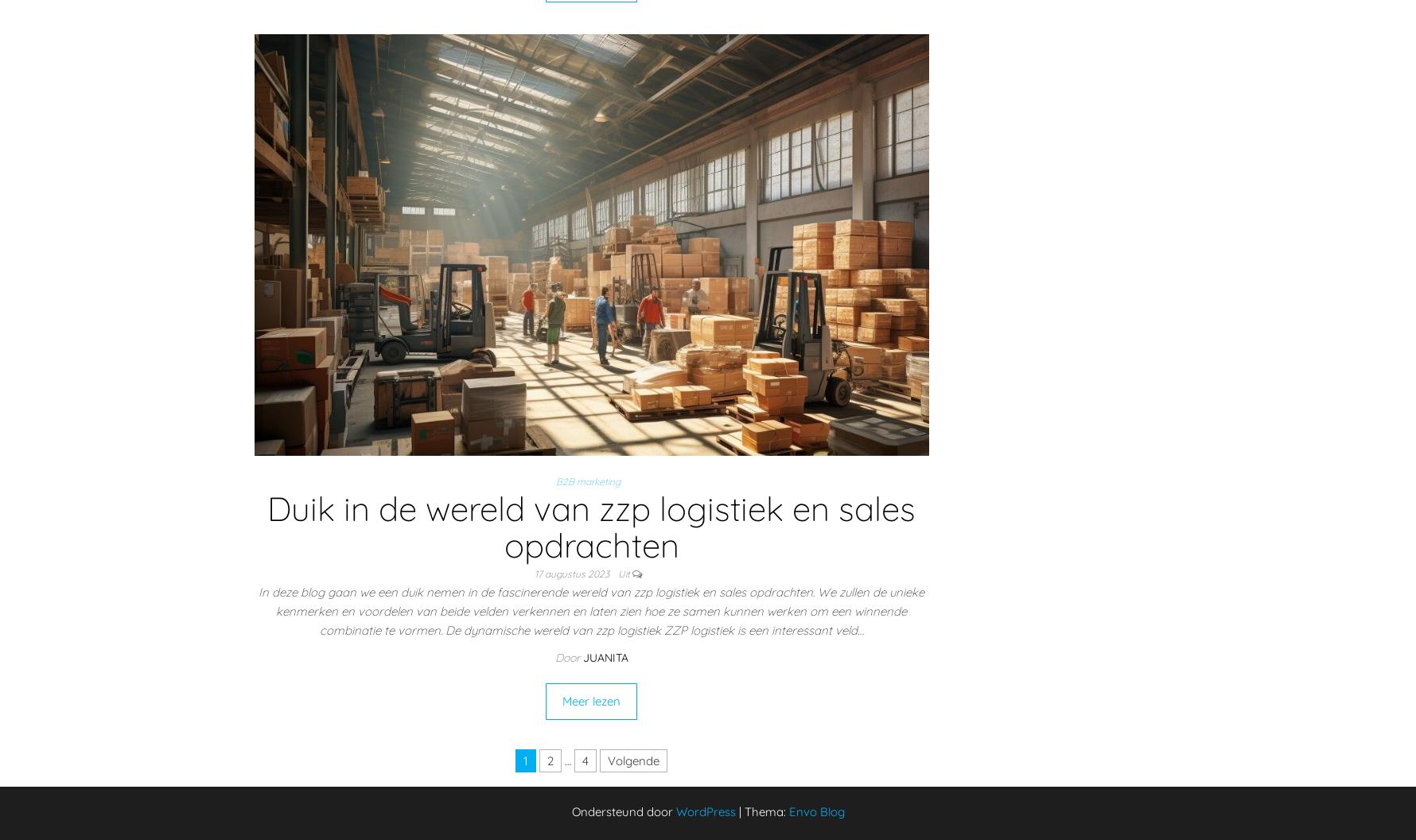  What do you see at coordinates (591, 527) in the screenshot?
I see `'Duik in de wereld van zzp logistiek en sales opdrachten'` at bounding box center [591, 527].